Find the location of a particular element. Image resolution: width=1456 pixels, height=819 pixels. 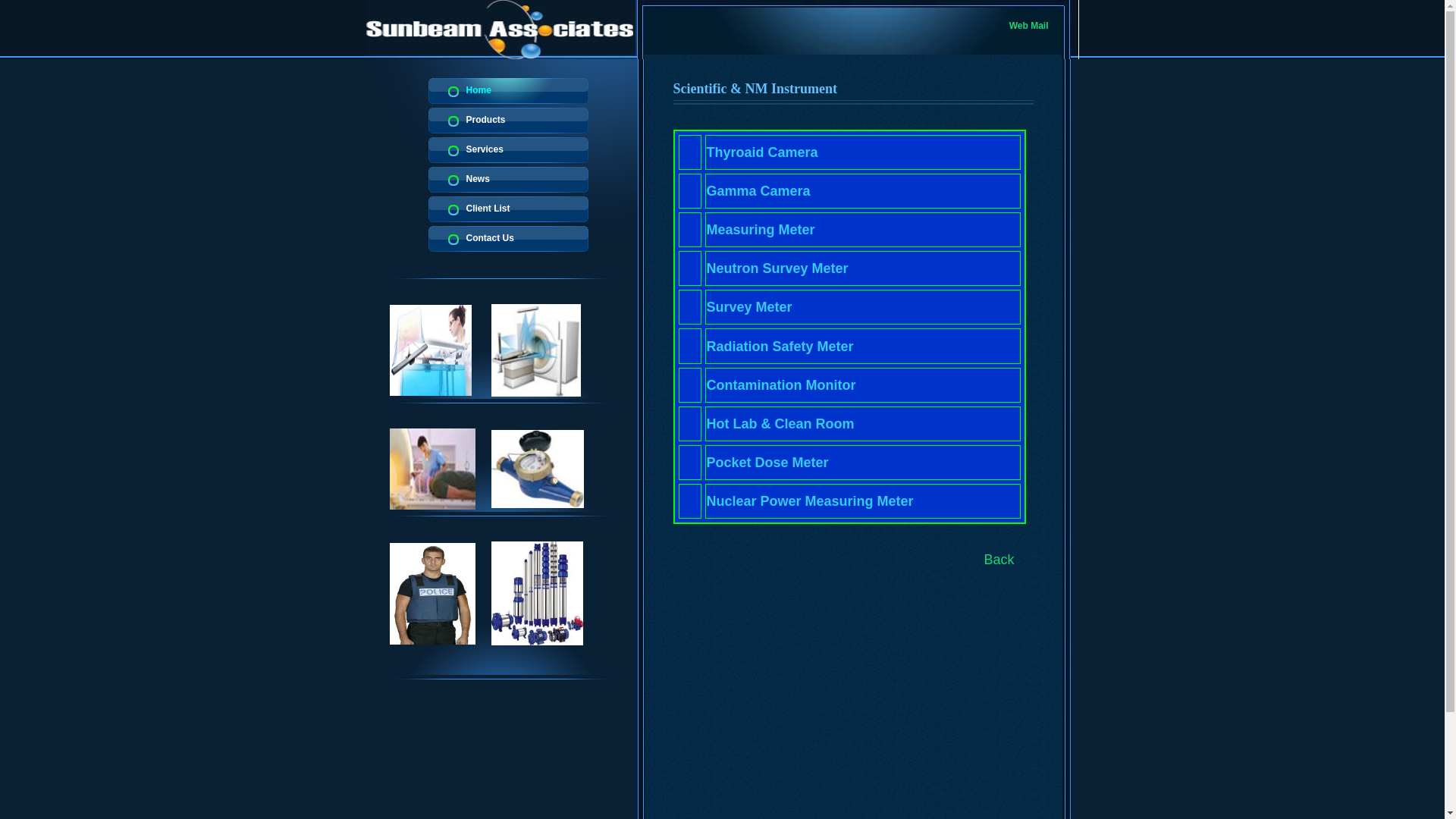

'Contact Us' is located at coordinates (507, 239).